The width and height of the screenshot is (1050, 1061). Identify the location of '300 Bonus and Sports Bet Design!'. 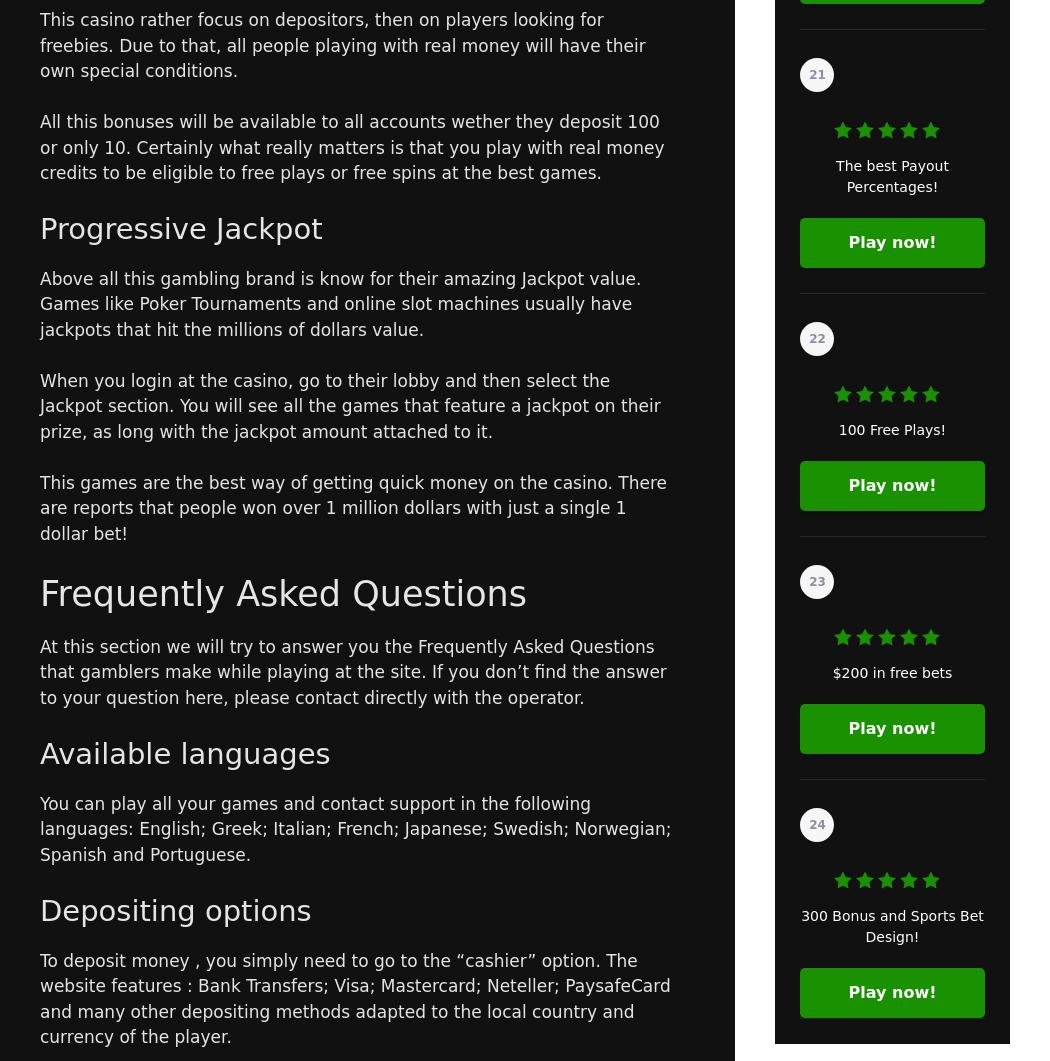
(890, 925).